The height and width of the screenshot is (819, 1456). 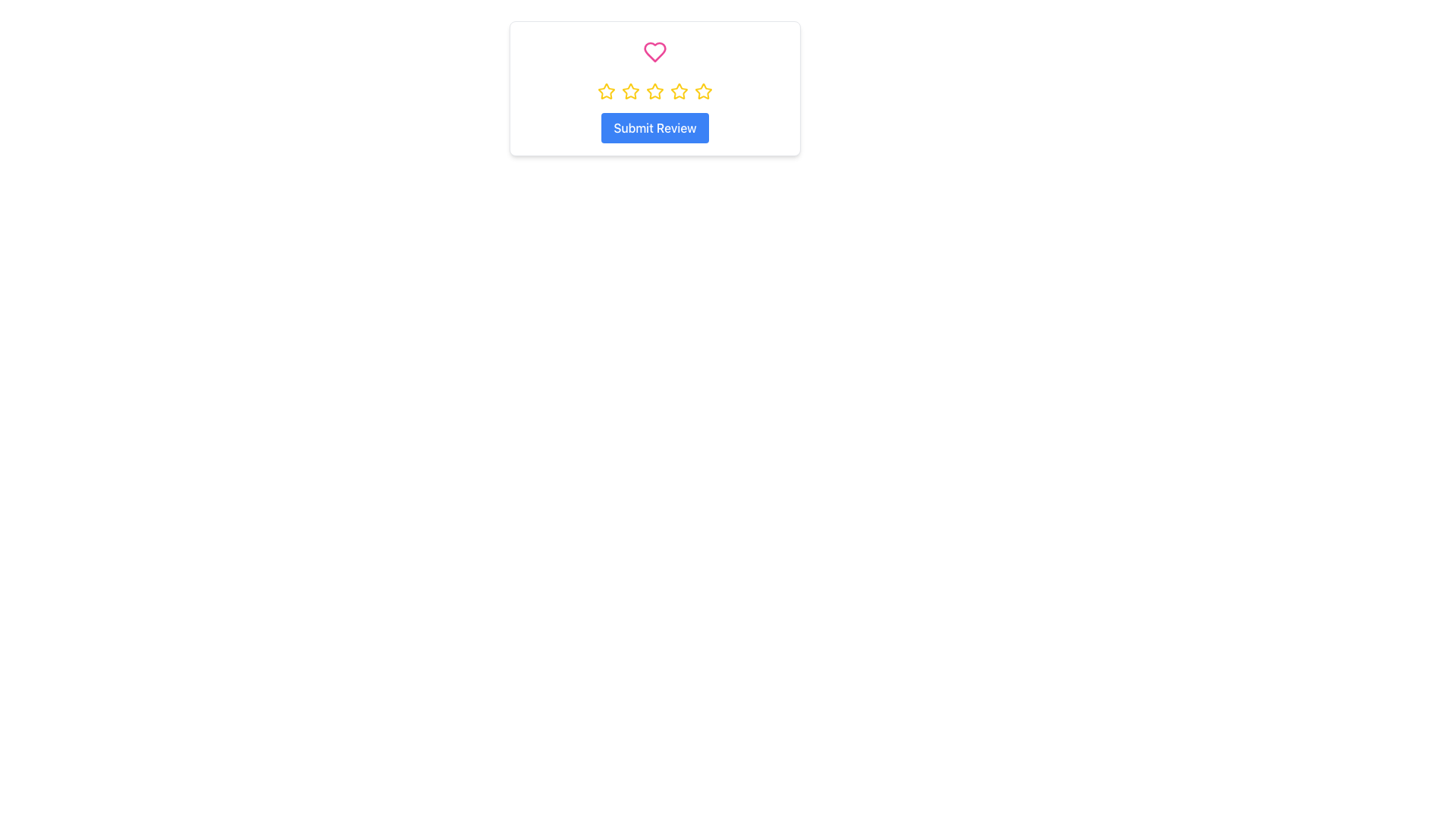 I want to click on the middle yellow star icon in the row of five star icons, which represents a rating option, so click(x=655, y=88).